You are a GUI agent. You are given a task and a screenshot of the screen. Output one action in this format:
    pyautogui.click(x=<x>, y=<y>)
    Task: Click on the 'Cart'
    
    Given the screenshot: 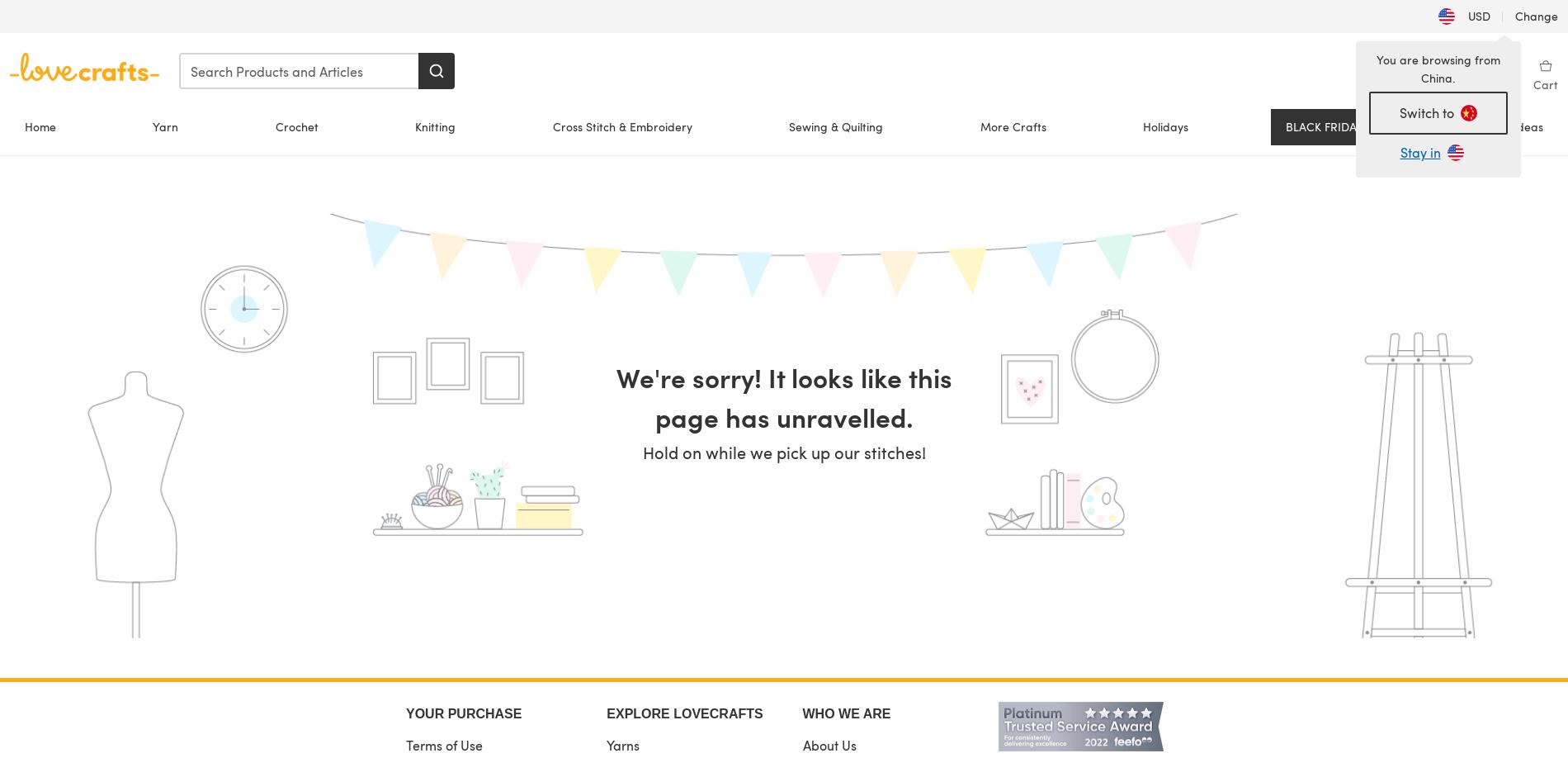 What is the action you would take?
    pyautogui.click(x=1533, y=83)
    